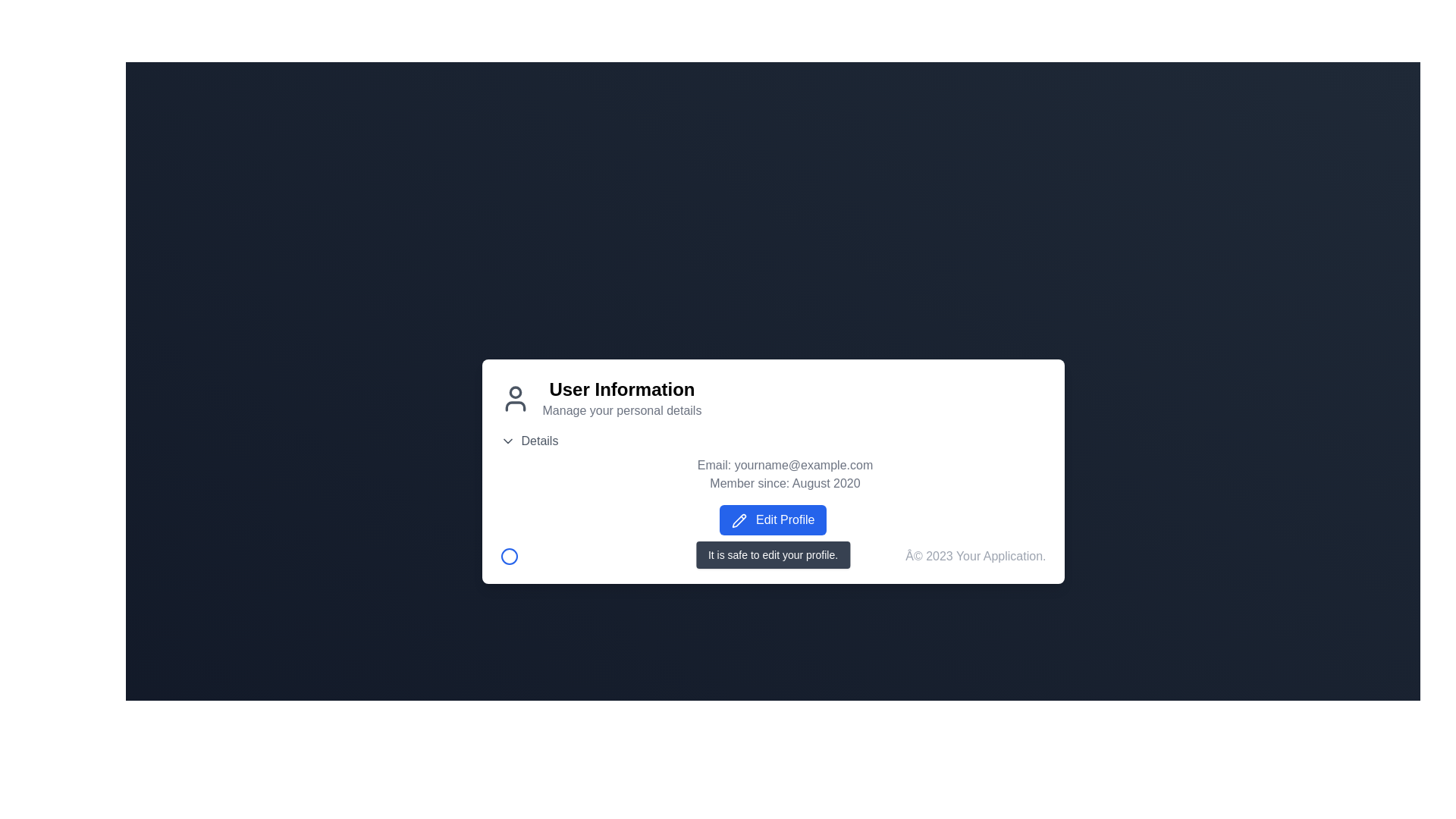 The height and width of the screenshot is (819, 1456). What do you see at coordinates (739, 519) in the screenshot?
I see `the pencil icon associated with the 'Edit Profile' button, which visually conveys the edit action and is positioned near the left edge of the button` at bounding box center [739, 519].